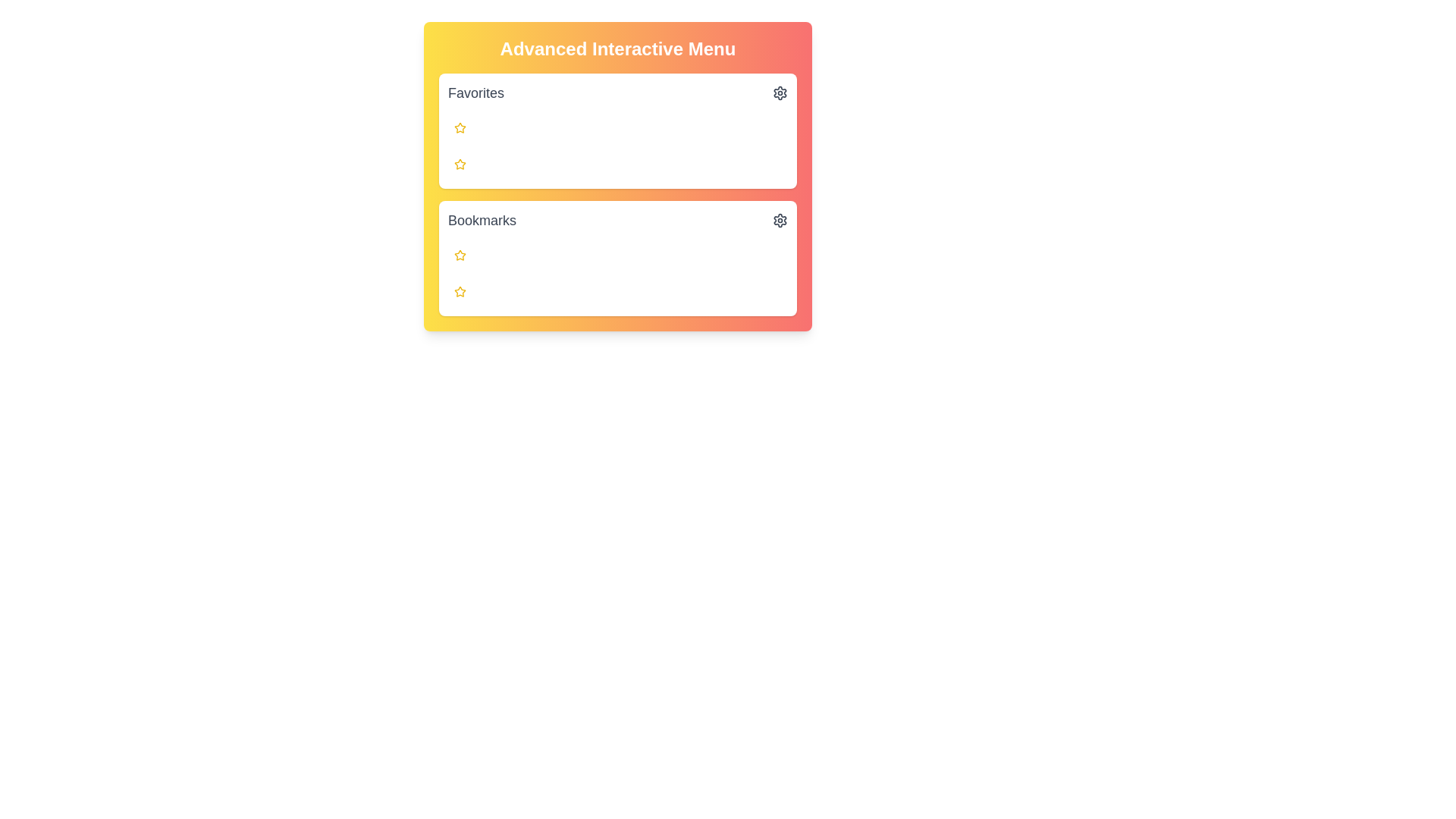 The width and height of the screenshot is (1456, 819). What do you see at coordinates (447, 220) in the screenshot?
I see `the text content of the section titled Bookmarks` at bounding box center [447, 220].